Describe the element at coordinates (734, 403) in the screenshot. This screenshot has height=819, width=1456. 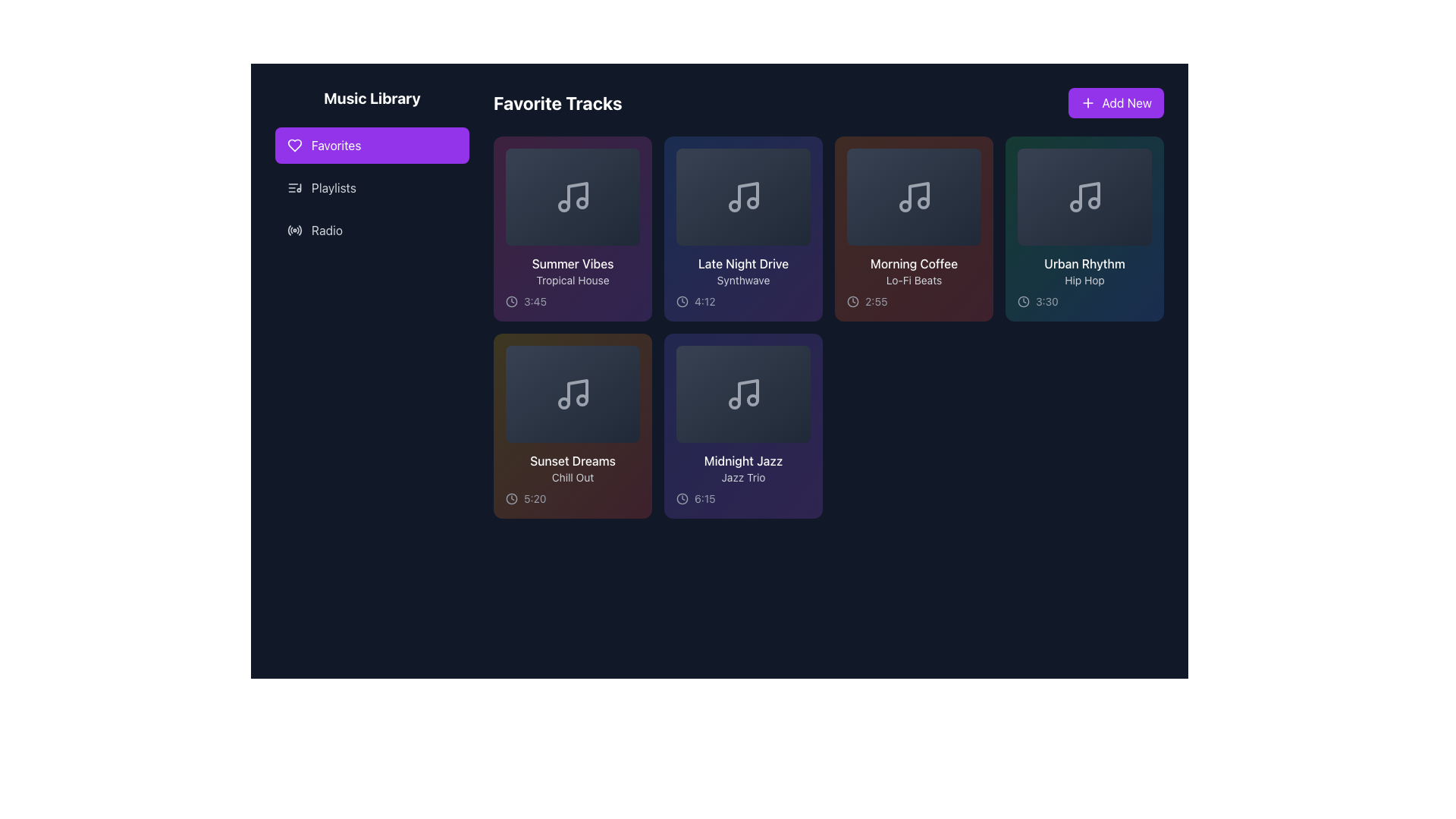
I see `the small circular shape with a thin outline located at the bottom-left of the musical note icon in the 'Midnight Jazz' card in the second row, third column of the track grid` at that location.